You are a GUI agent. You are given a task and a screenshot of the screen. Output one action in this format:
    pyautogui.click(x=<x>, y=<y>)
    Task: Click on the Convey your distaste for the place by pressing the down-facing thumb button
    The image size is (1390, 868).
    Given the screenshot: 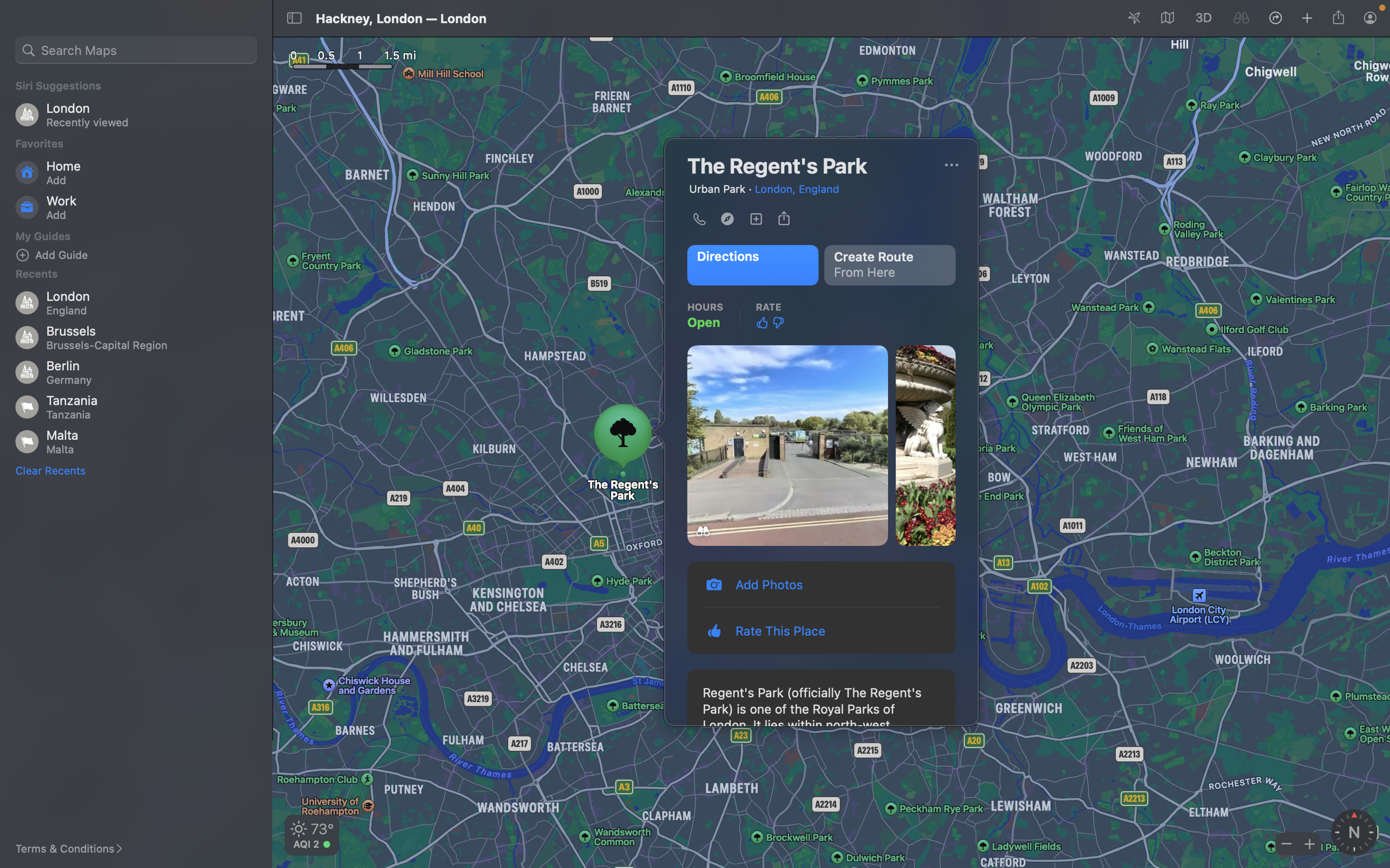 What is the action you would take?
    pyautogui.click(x=778, y=323)
    